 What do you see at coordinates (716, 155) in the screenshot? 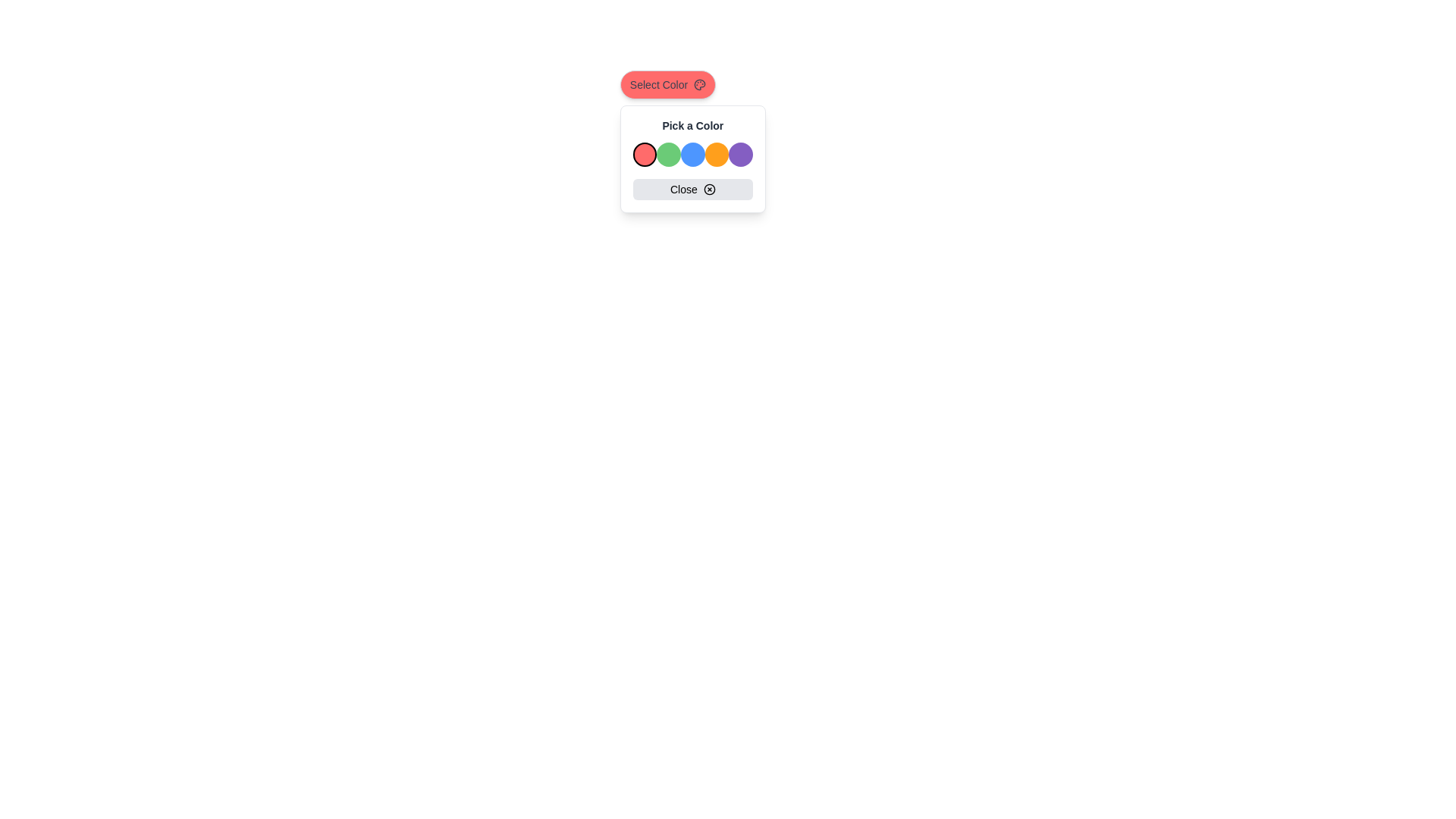
I see `the fourth selectable color option button in the color picker interface` at bounding box center [716, 155].